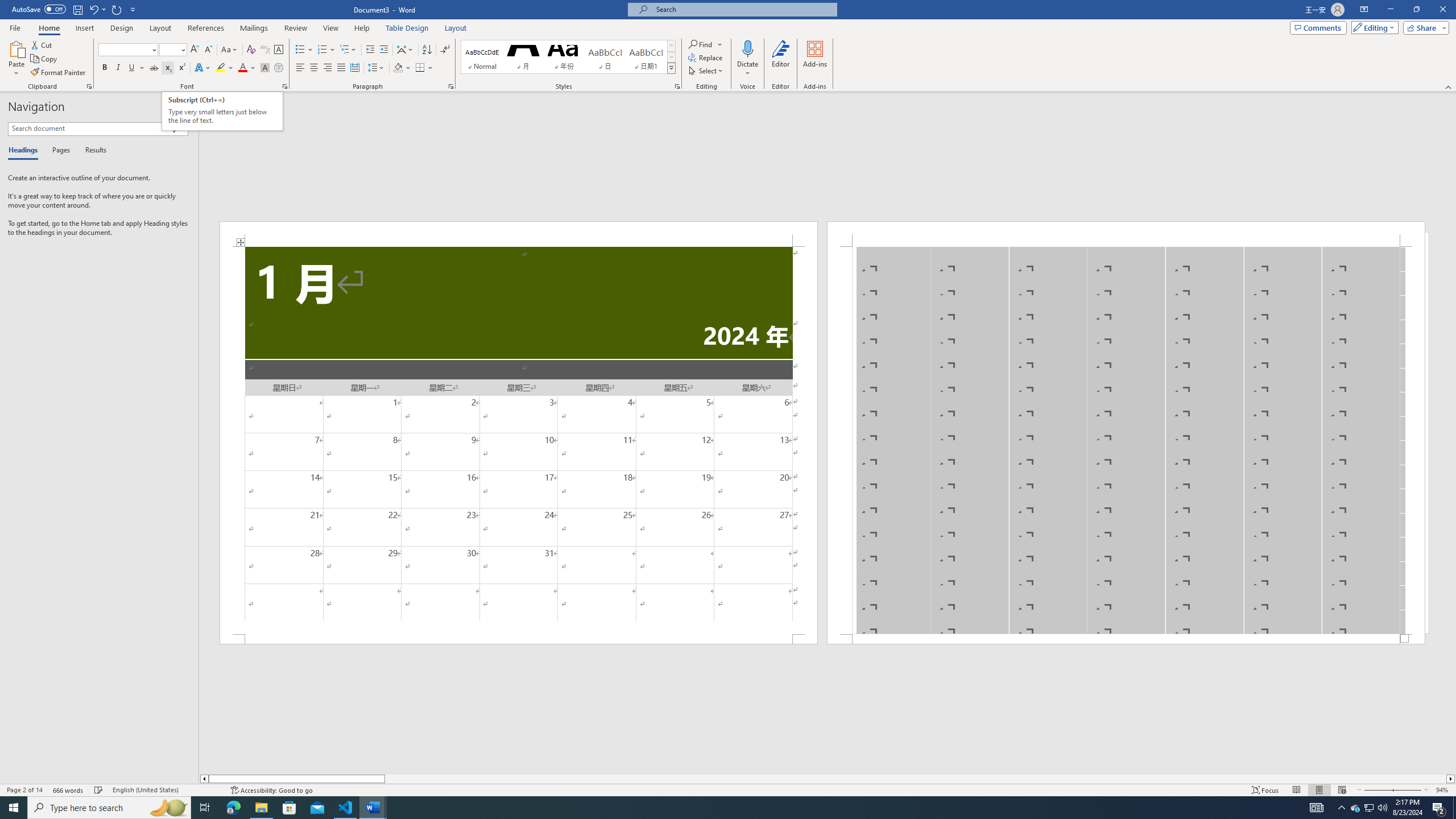 The image size is (1456, 819). What do you see at coordinates (24, 790) in the screenshot?
I see `'Page Number Page 2 of 14'` at bounding box center [24, 790].